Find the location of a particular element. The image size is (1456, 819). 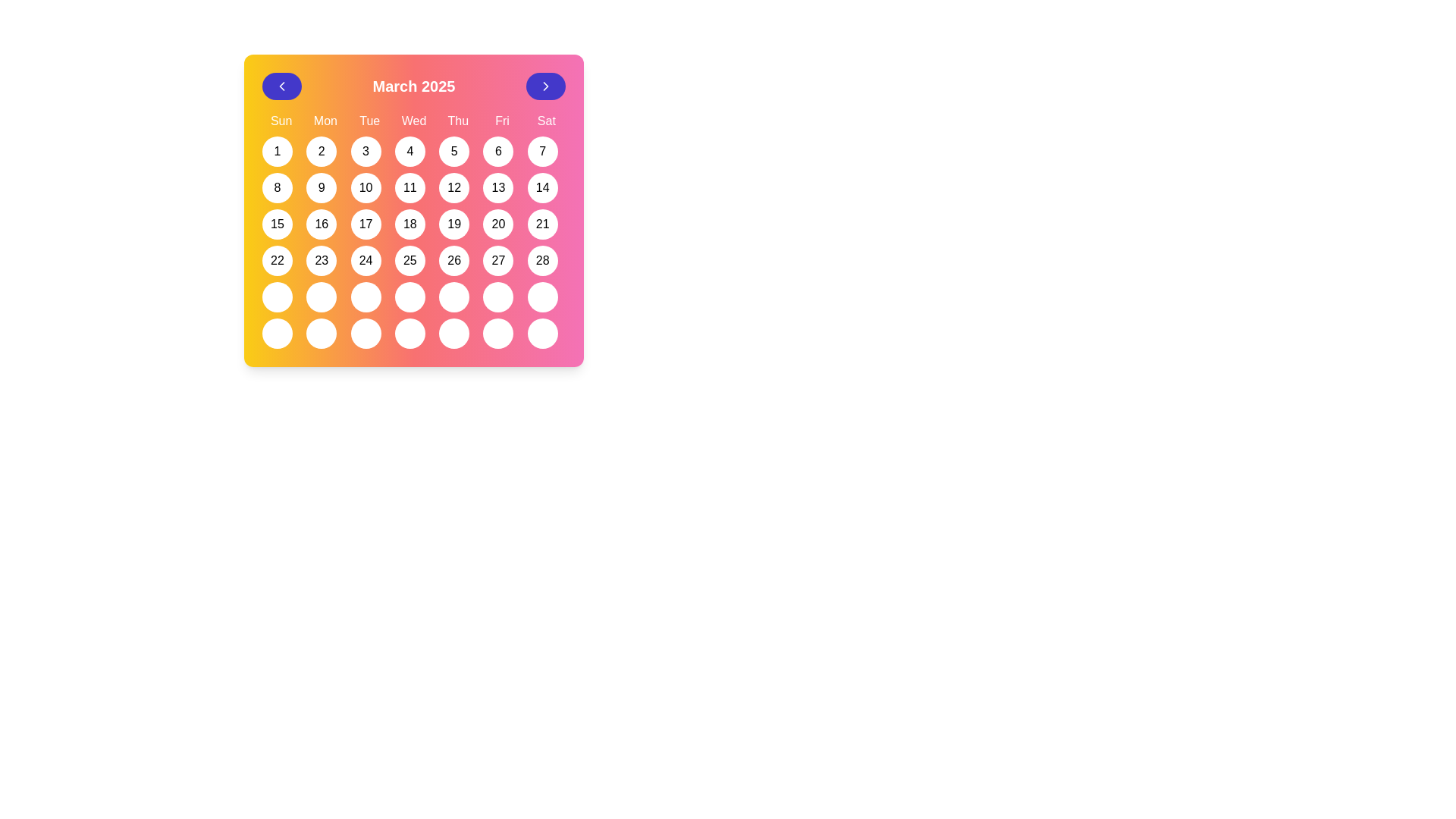

the button representing the date '20' in the calendar is located at coordinates (498, 224).